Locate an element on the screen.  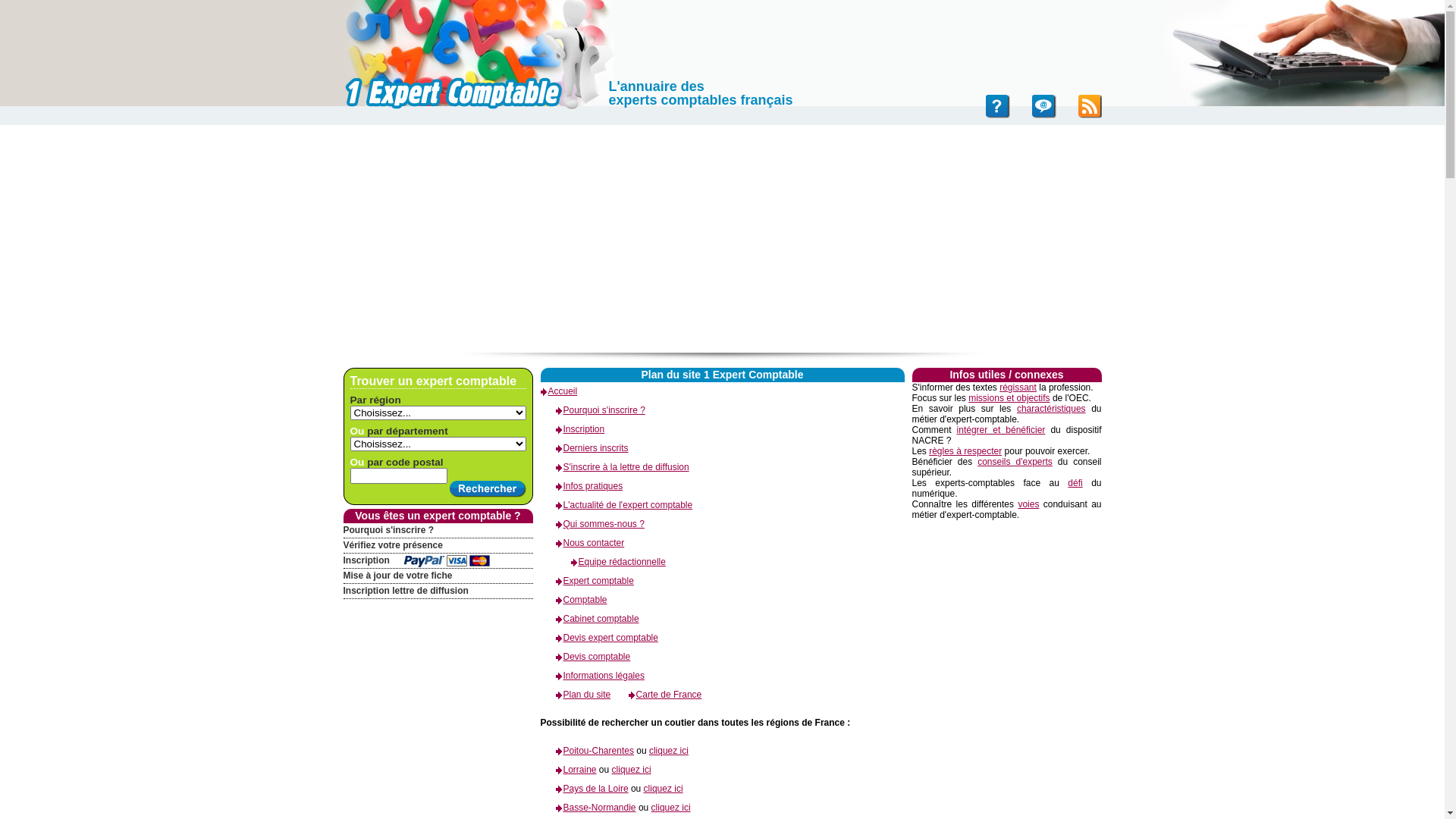
'Devis comptable' is located at coordinates (539, 656).